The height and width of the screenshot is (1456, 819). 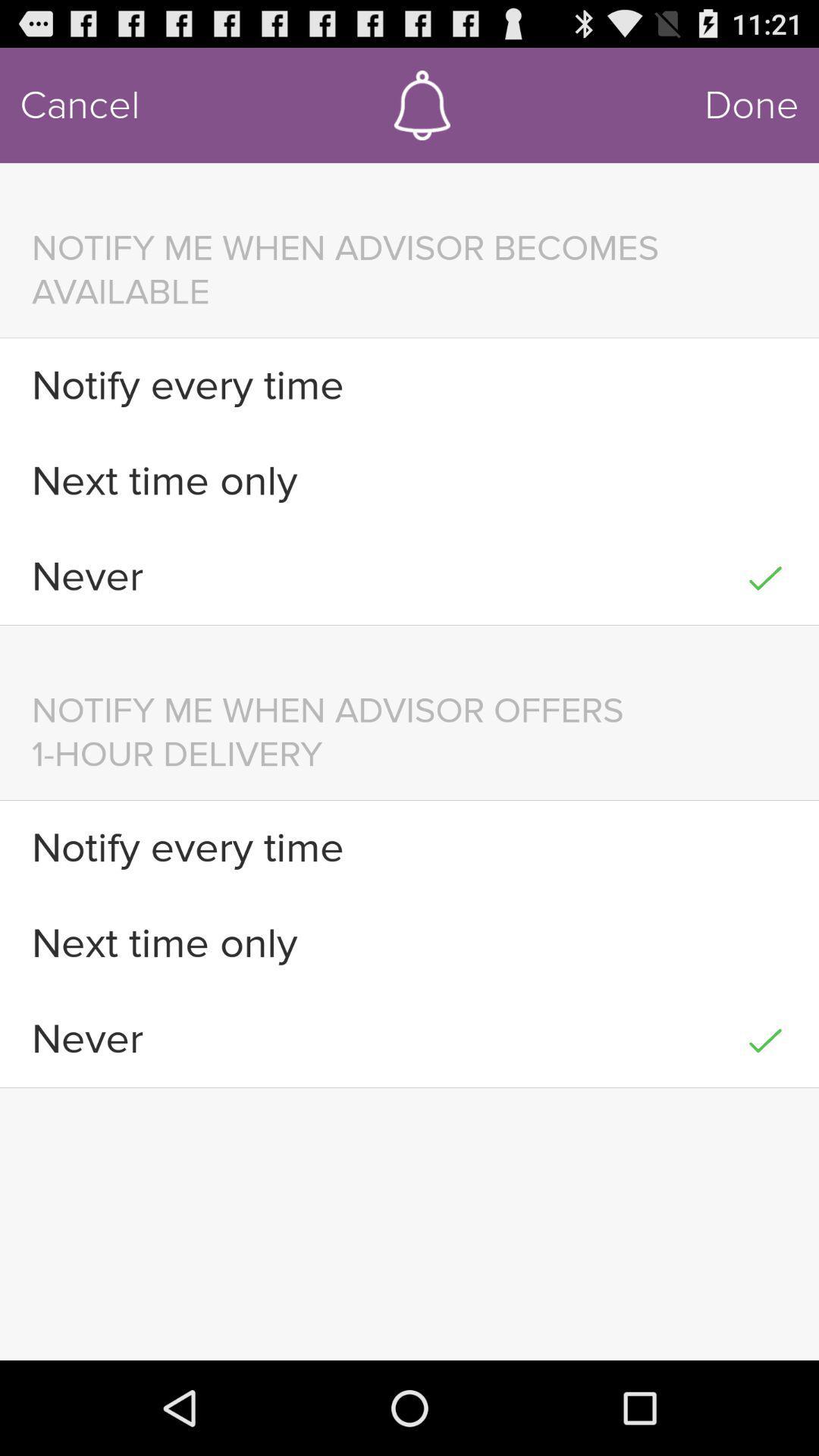 I want to click on icon to the right of the never, so click(x=765, y=1038).